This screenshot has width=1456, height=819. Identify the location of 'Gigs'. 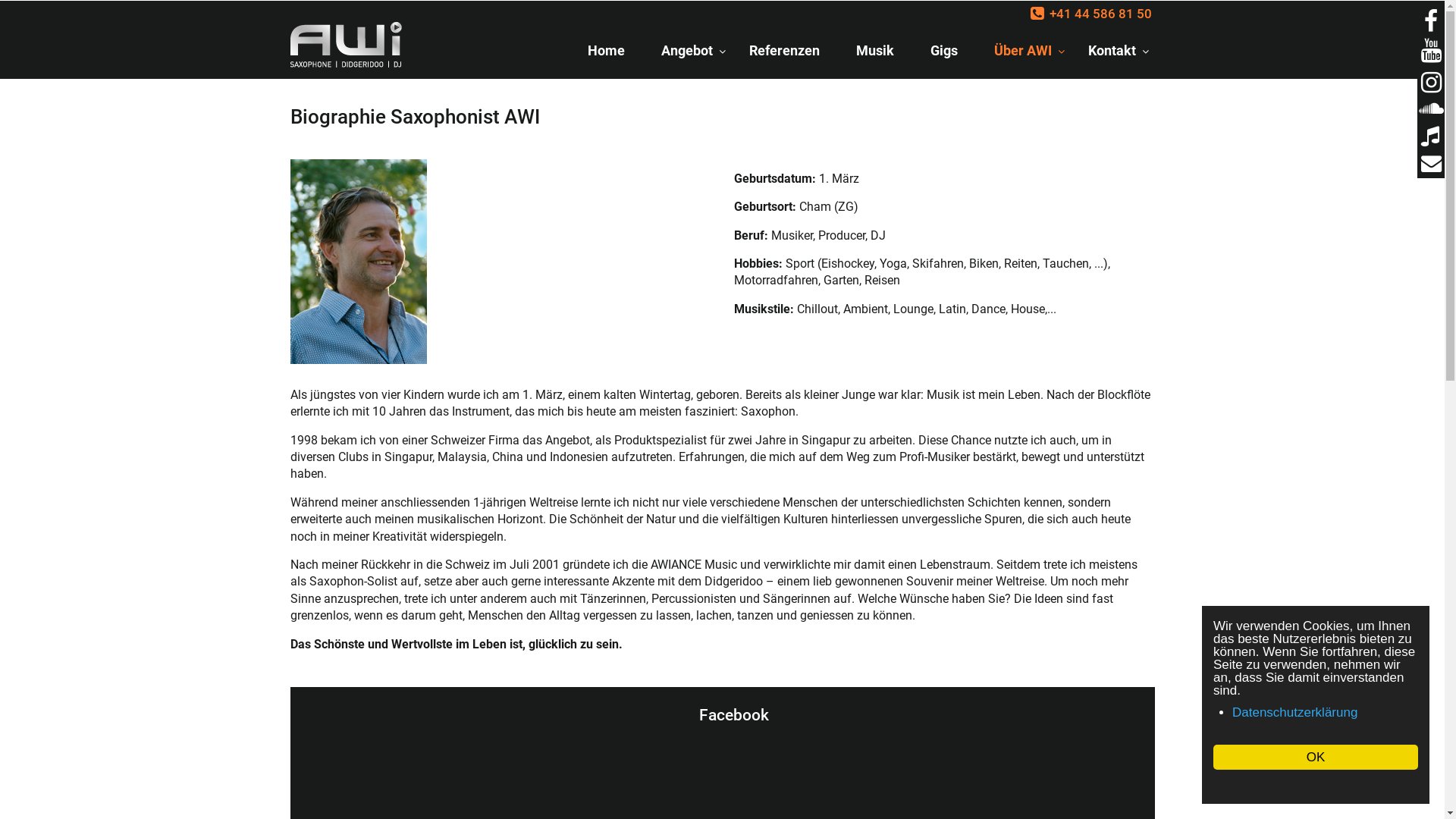
(943, 49).